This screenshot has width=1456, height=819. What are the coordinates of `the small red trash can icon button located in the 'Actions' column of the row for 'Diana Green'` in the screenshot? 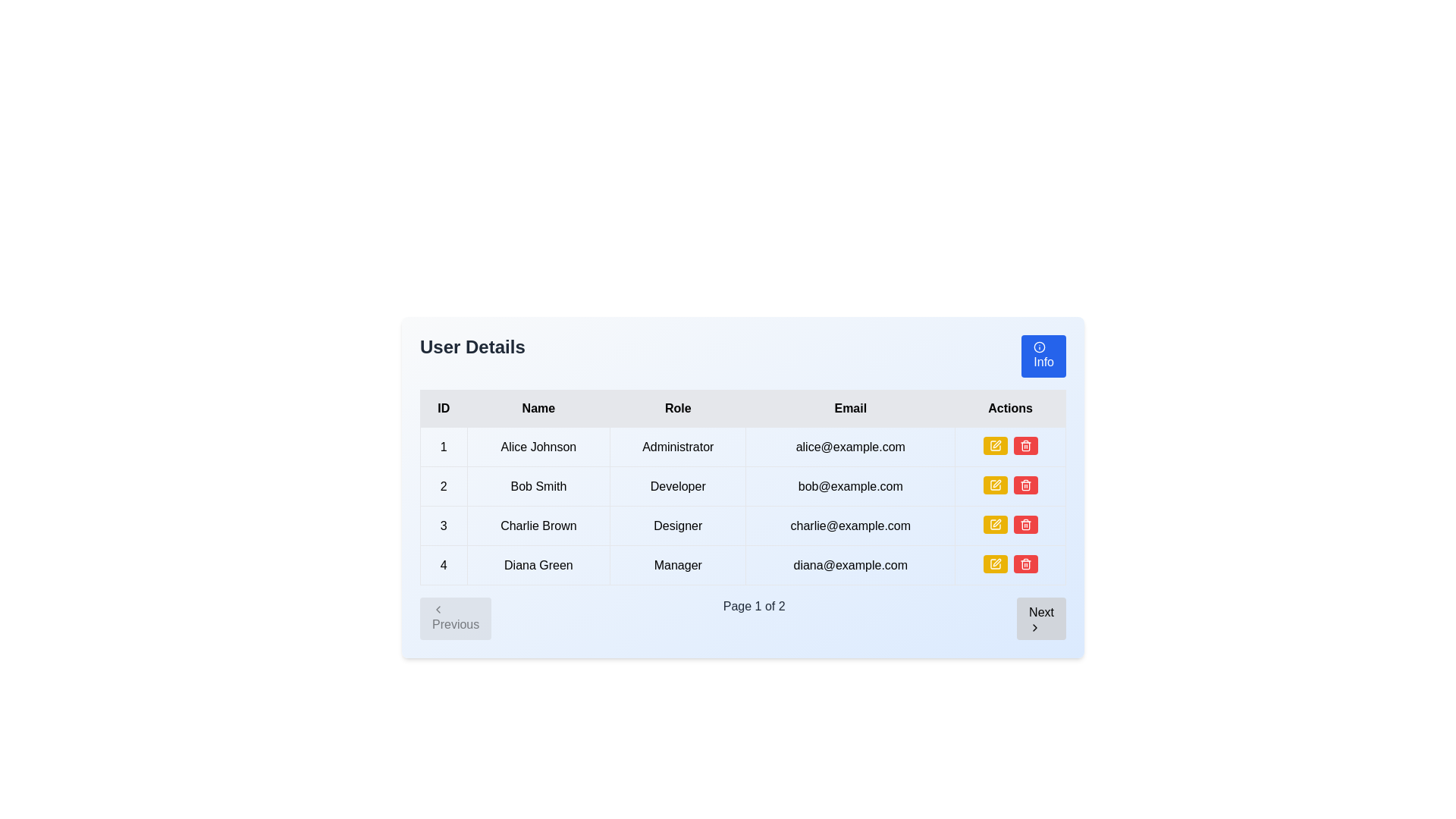 It's located at (1025, 564).